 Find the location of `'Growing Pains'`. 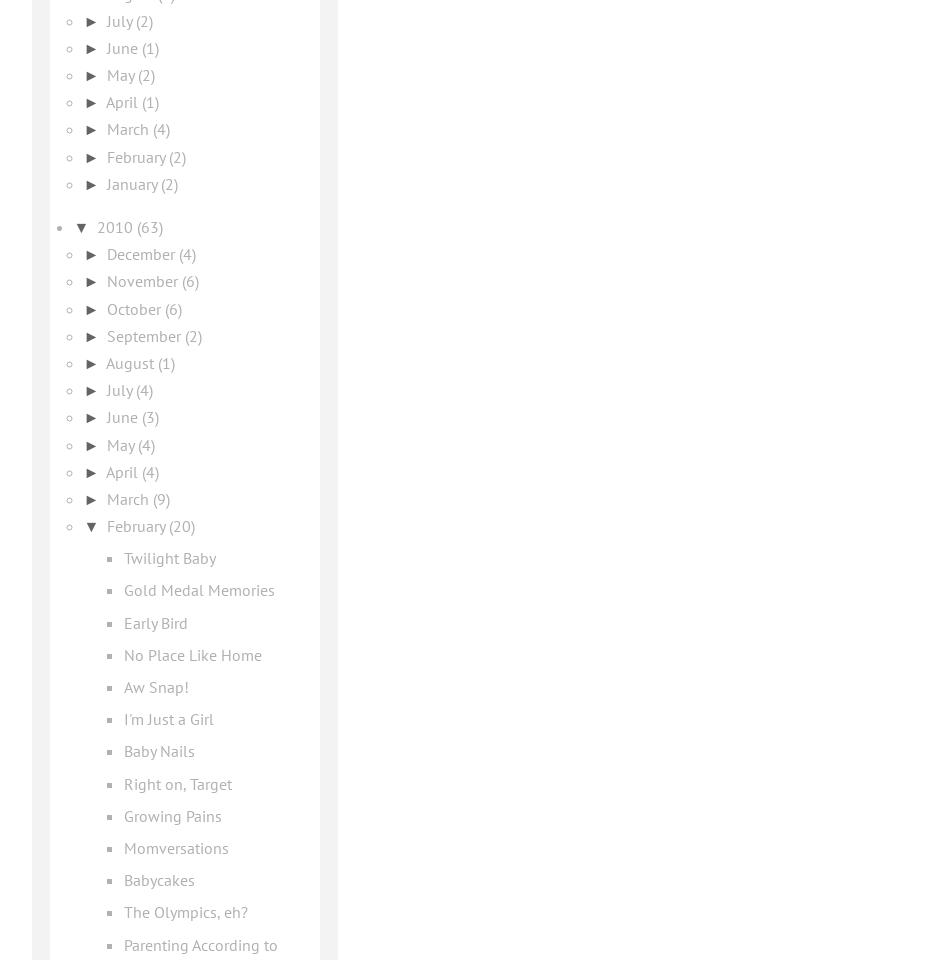

'Growing Pains' is located at coordinates (171, 815).